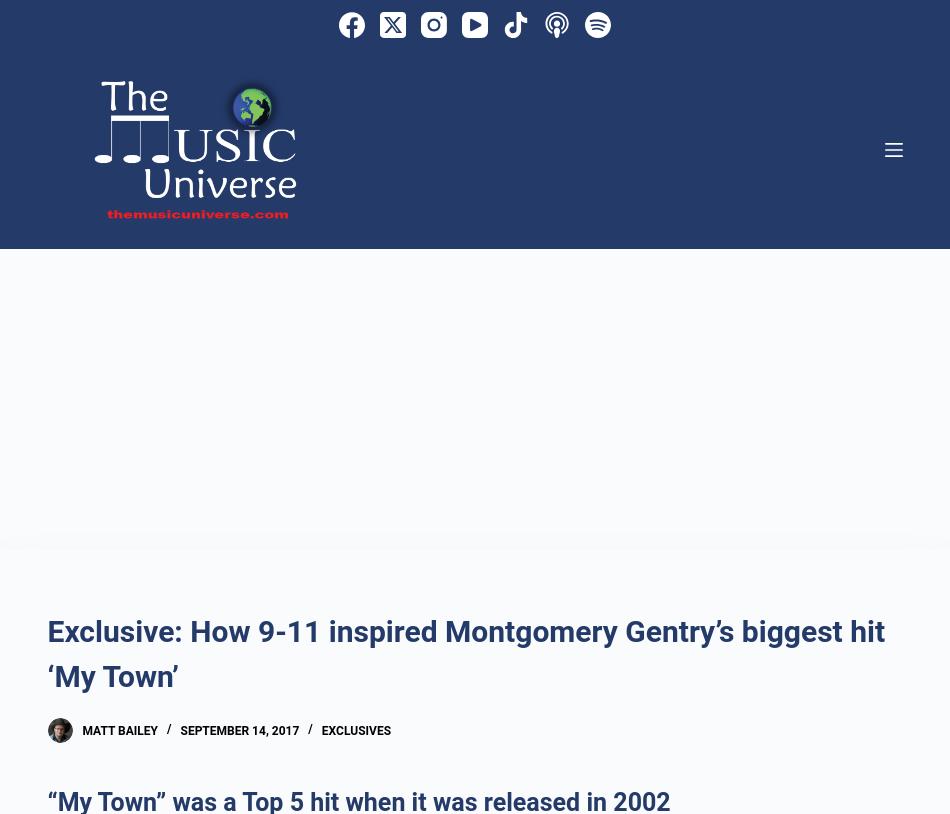 The image size is (950, 814). What do you see at coordinates (287, 252) in the screenshot?
I see `'later this morning (Thurs, Sept 14th).'` at bounding box center [287, 252].